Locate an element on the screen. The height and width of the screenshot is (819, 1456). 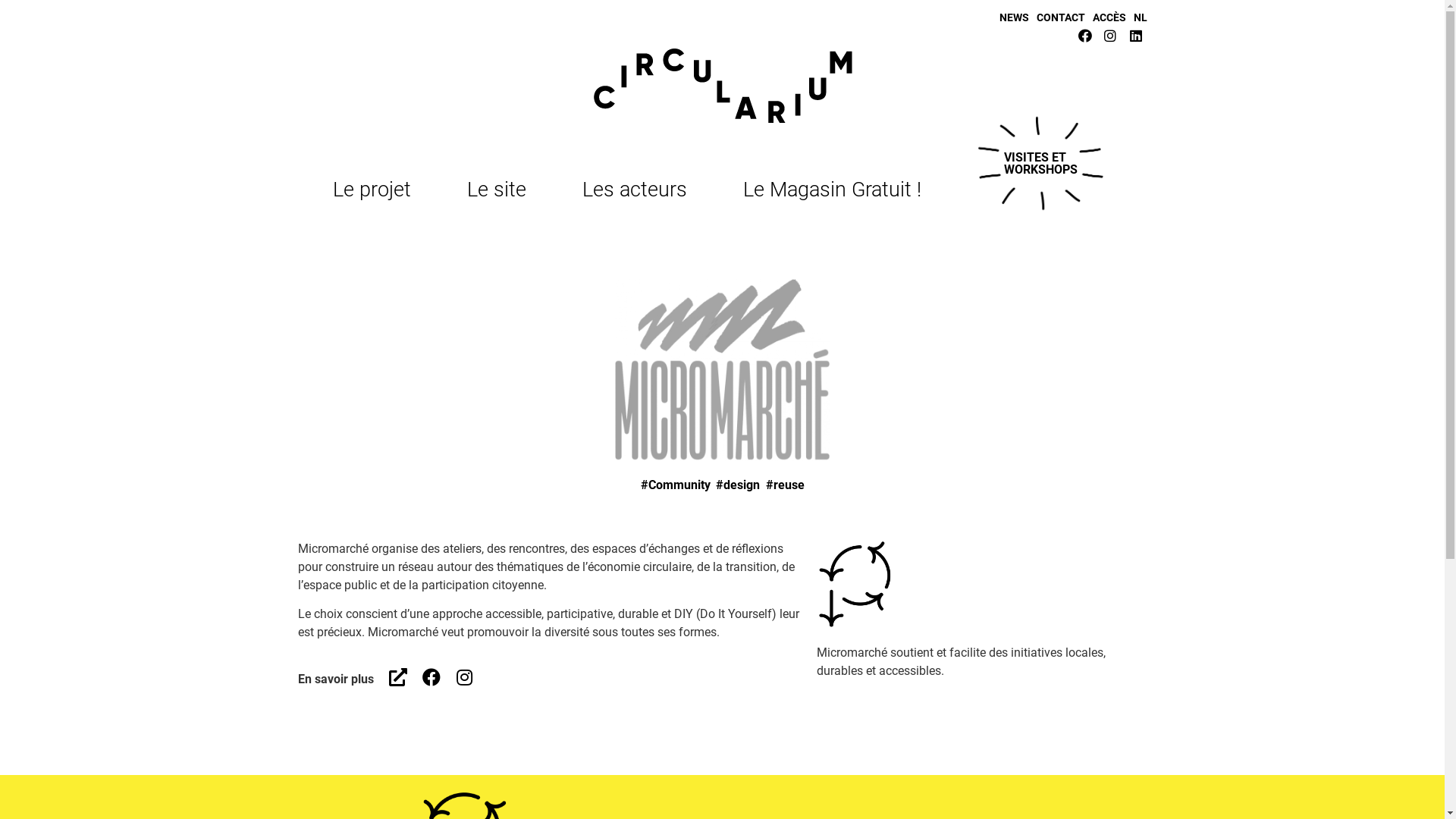
'Le site' is located at coordinates (500, 189).